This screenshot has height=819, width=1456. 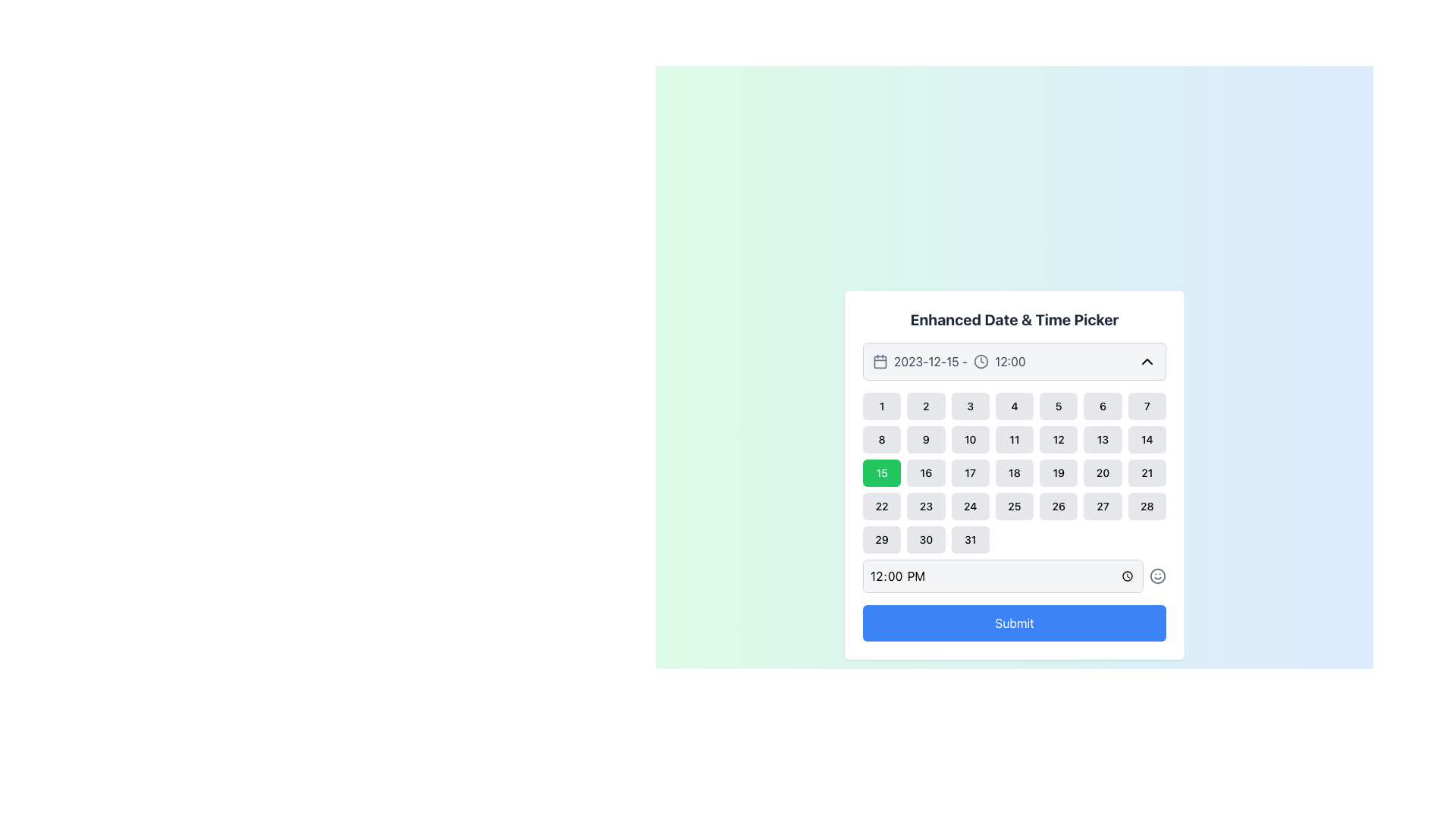 I want to click on a day cell in the date picker grid located within the 'Enhanced Date & Time Picker' modal, so click(x=1015, y=493).